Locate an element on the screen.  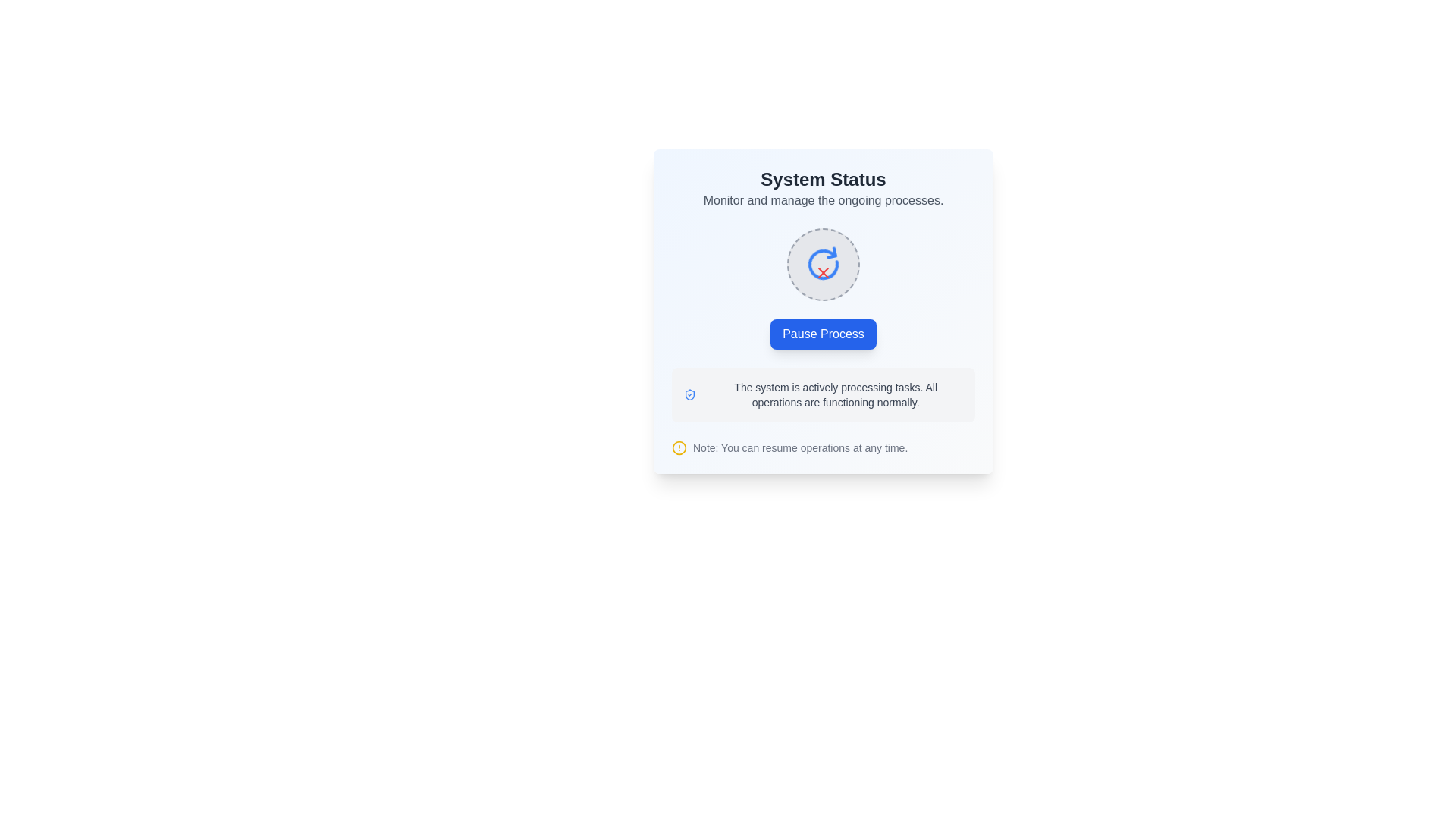
the shield icon with a checkmark inside, which is located on the left side of the message box indicating the system processing status is located at coordinates (689, 394).